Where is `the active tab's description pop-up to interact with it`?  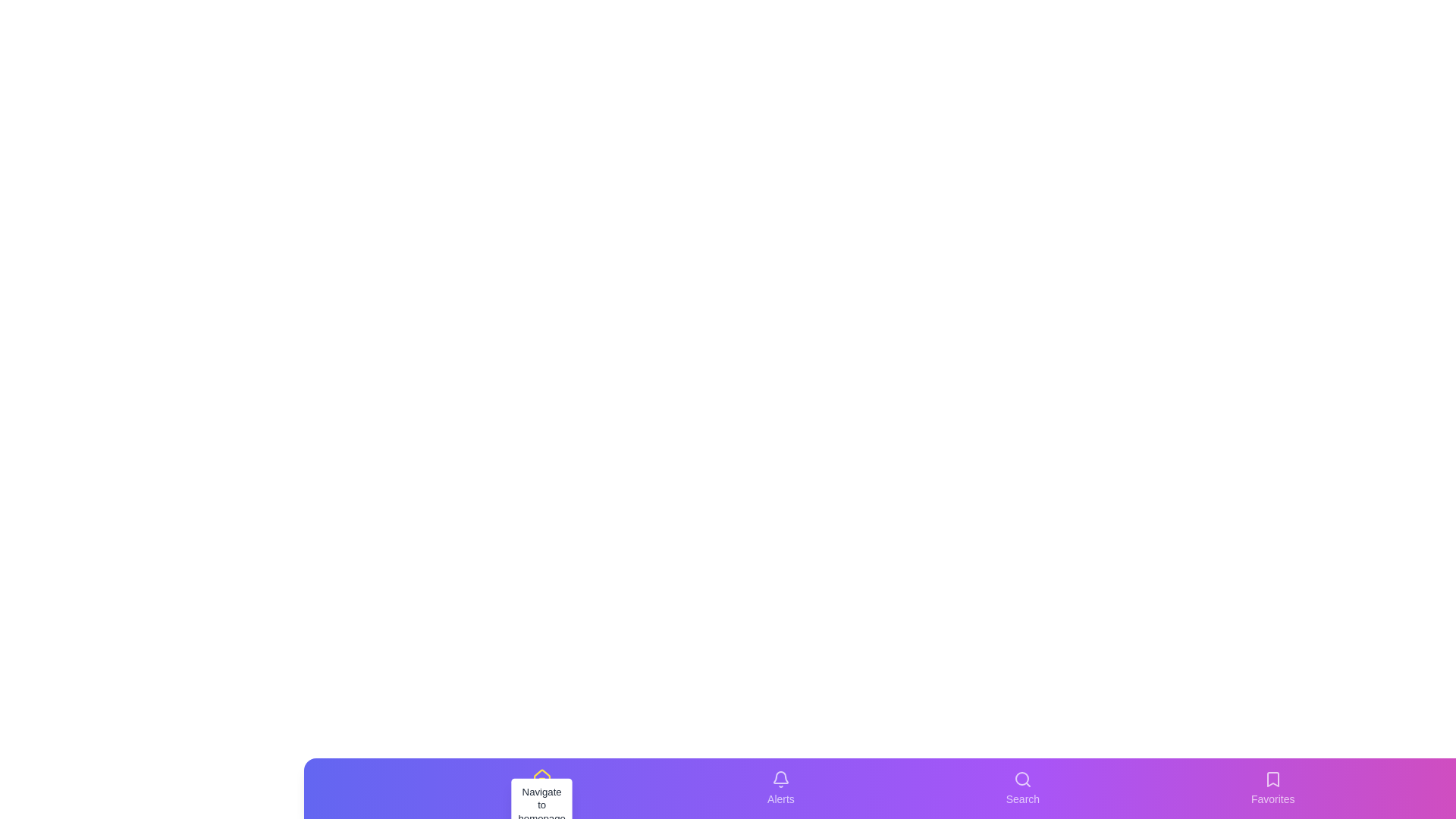
the active tab's description pop-up to interact with it is located at coordinates (541, 804).